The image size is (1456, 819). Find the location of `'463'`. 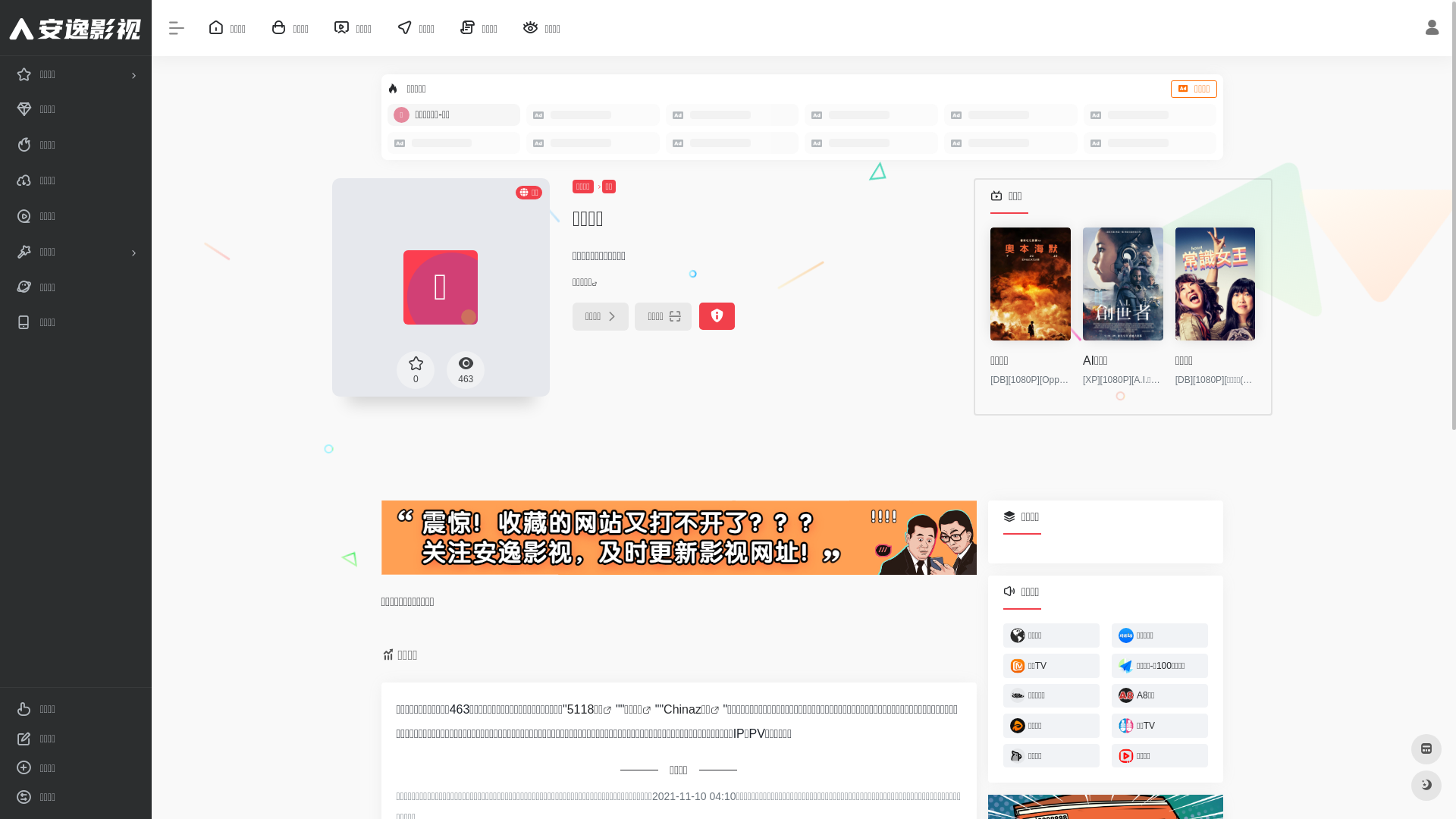

'463' is located at coordinates (465, 369).